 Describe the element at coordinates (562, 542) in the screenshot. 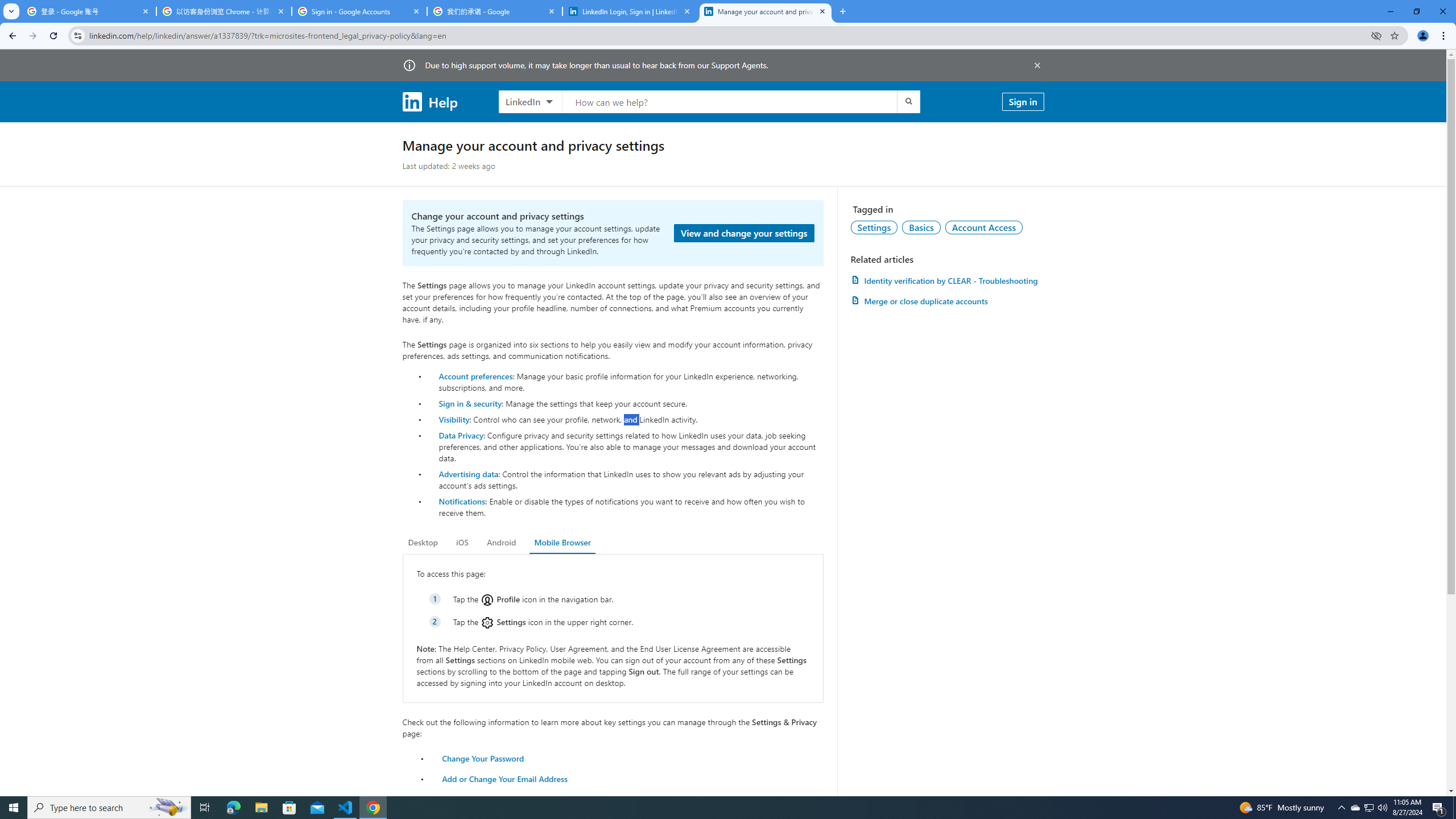

I see `'Mobile Browser'` at that location.